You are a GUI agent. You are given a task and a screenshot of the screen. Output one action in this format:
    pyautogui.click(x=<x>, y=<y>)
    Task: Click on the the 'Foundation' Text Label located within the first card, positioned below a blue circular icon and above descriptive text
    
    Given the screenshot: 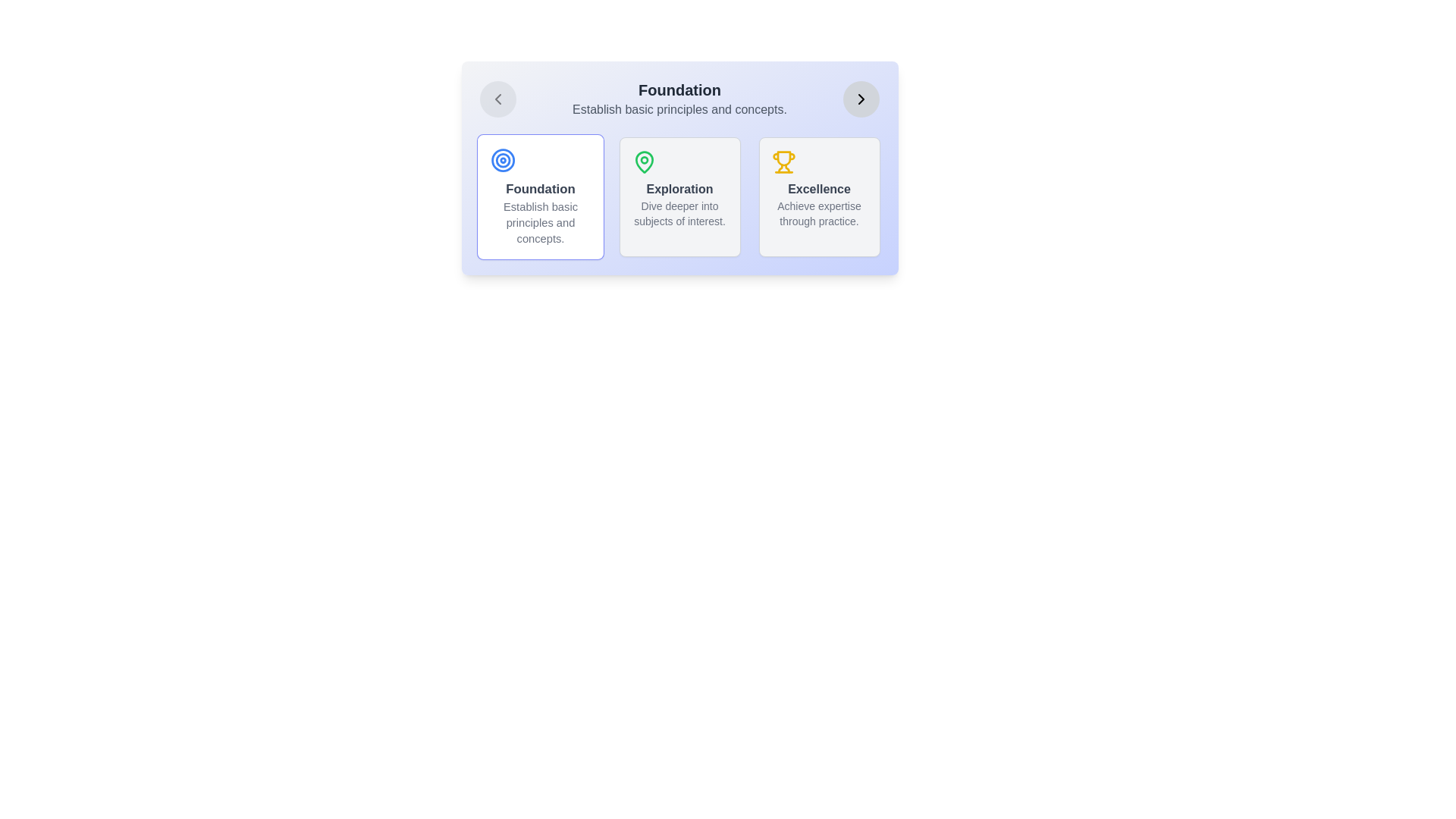 What is the action you would take?
    pyautogui.click(x=540, y=188)
    